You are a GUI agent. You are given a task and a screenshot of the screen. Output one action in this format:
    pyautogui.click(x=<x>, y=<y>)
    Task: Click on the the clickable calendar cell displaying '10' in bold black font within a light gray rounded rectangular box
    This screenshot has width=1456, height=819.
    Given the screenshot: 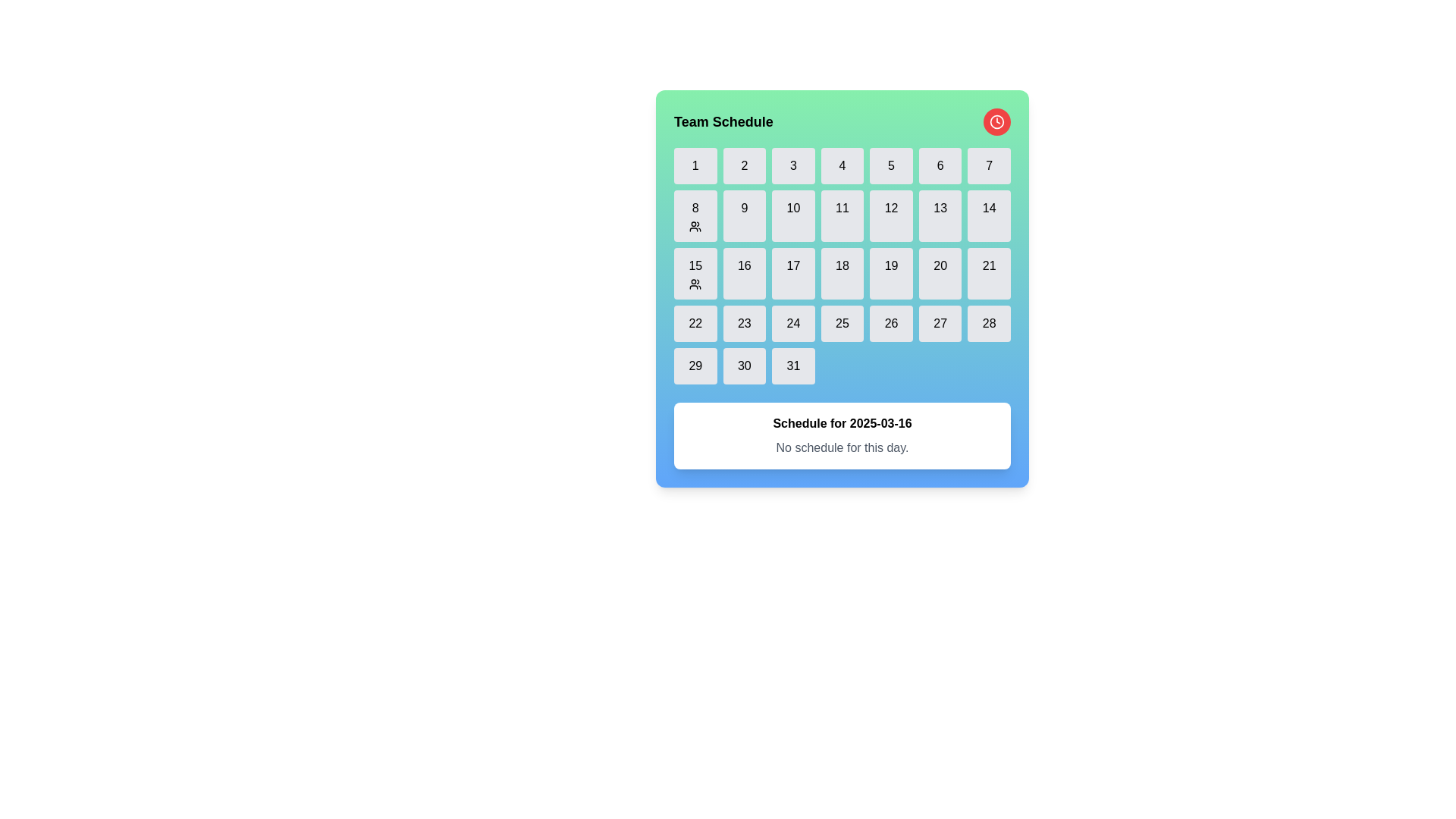 What is the action you would take?
    pyautogui.click(x=792, y=208)
    